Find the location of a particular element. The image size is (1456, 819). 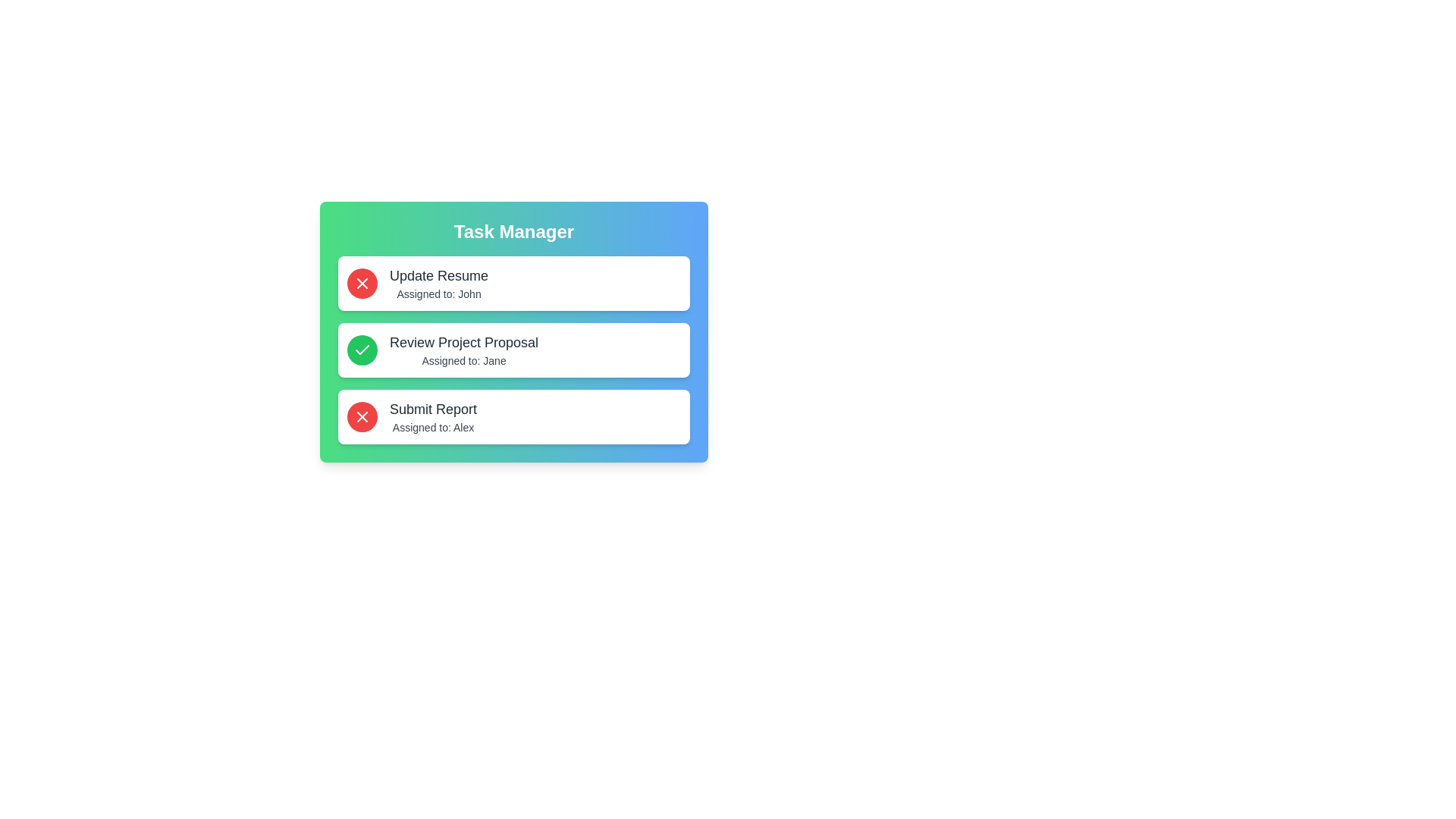

the task item Update Resume to reveal additional context is located at coordinates (513, 284).